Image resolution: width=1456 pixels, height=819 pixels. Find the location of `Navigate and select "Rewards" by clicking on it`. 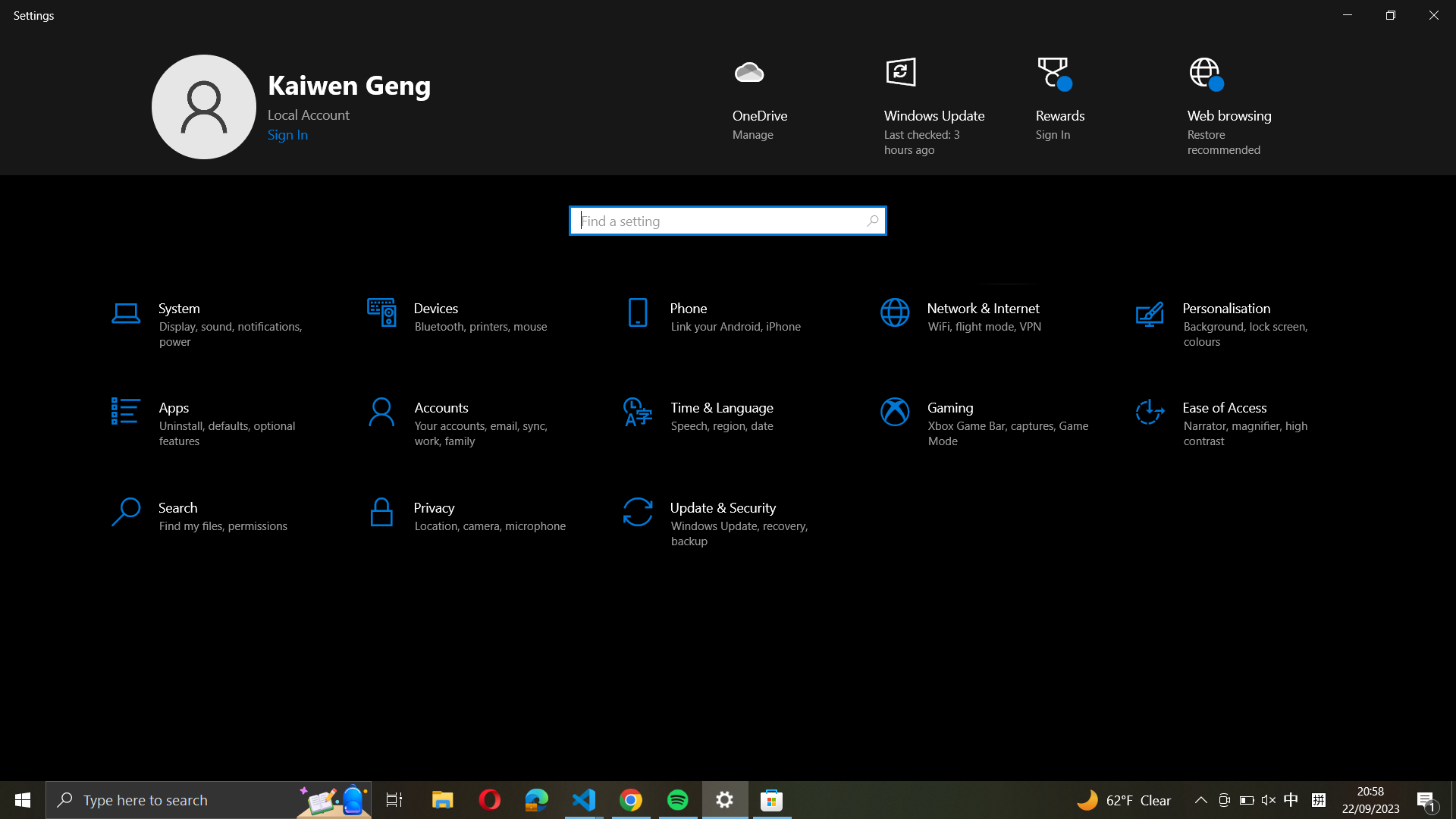

Navigate and select "Rewards" by clicking on it is located at coordinates (1066, 106).